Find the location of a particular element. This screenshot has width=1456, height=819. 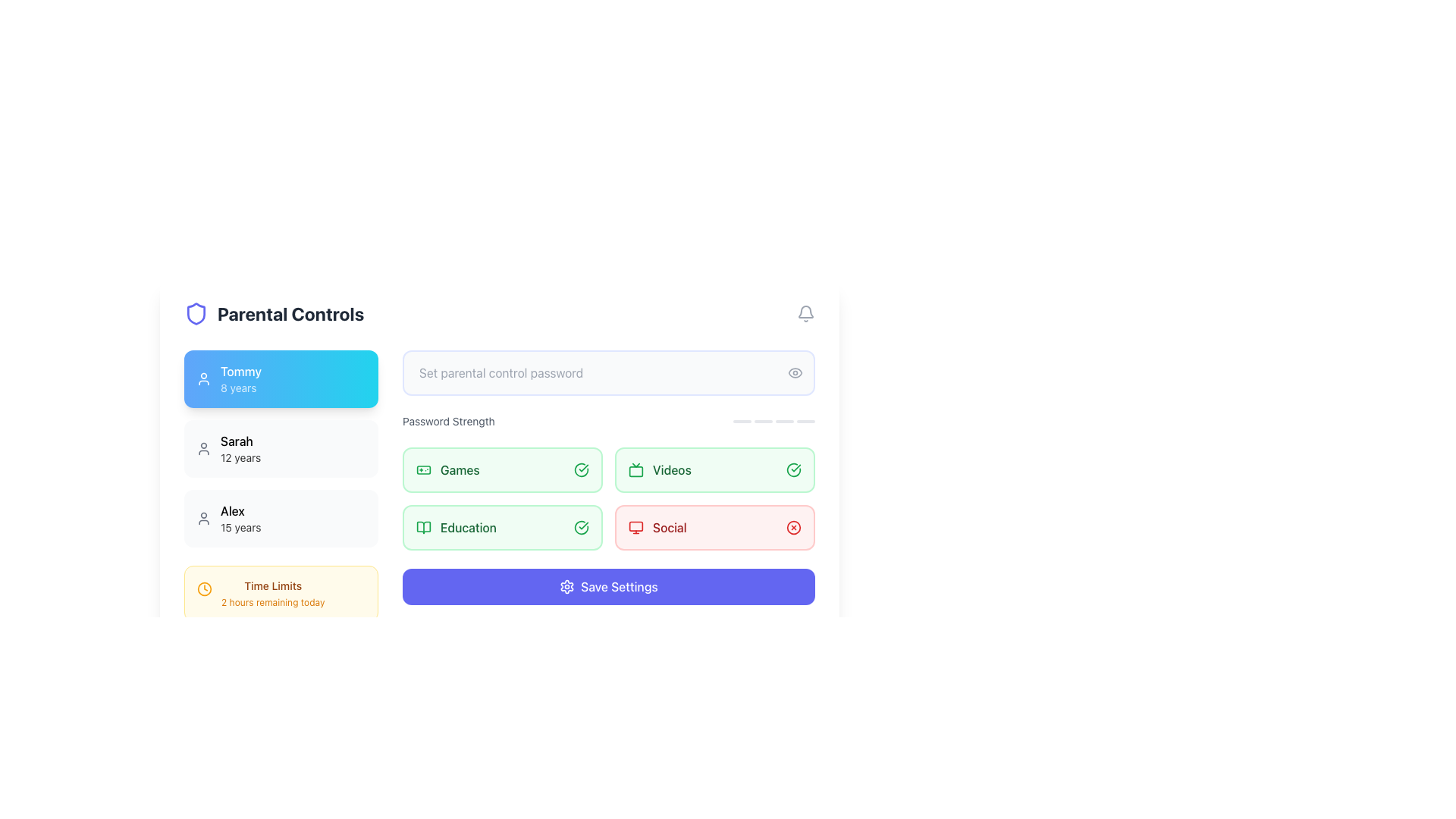

the approval icon within the 'Education' list item in the settings section, indicating a successful state for user actions is located at coordinates (581, 526).